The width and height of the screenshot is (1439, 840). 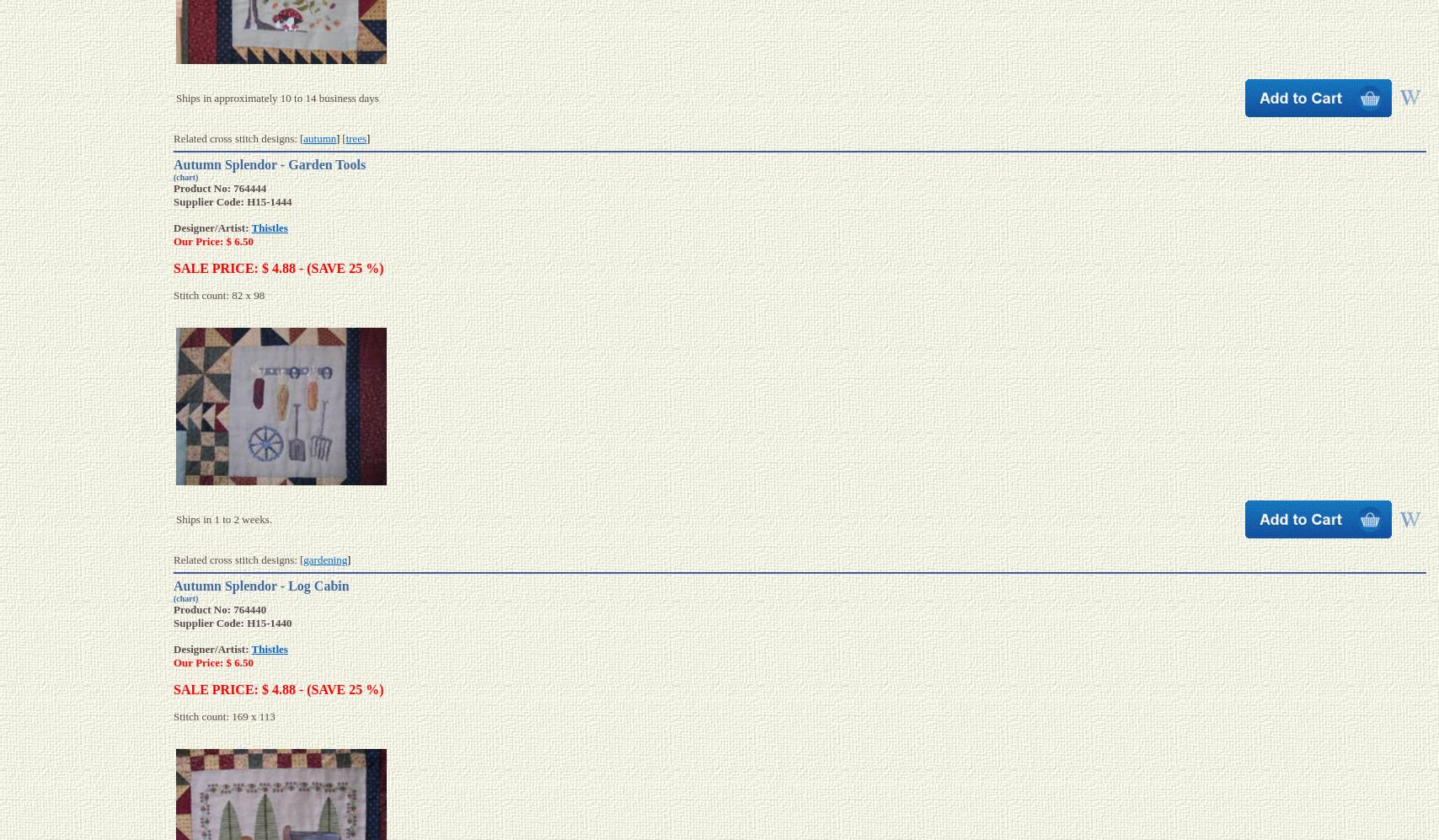 I want to click on 'Stitch count: 169 x 113', so click(x=223, y=716).